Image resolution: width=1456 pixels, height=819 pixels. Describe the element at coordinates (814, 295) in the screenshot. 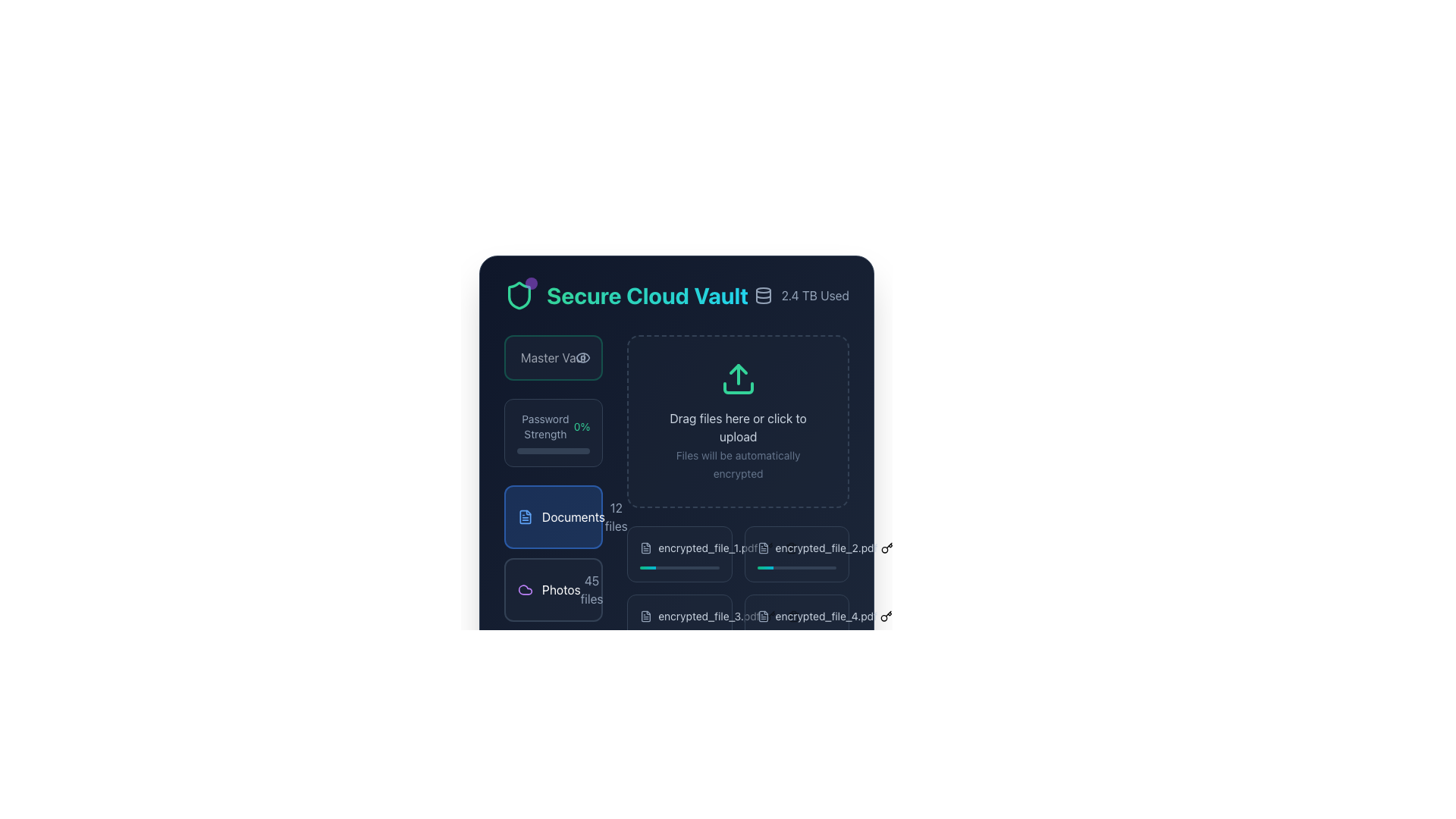

I see `the static text label displaying the amount of storage space used, located at the top-right corner of the interface` at that location.